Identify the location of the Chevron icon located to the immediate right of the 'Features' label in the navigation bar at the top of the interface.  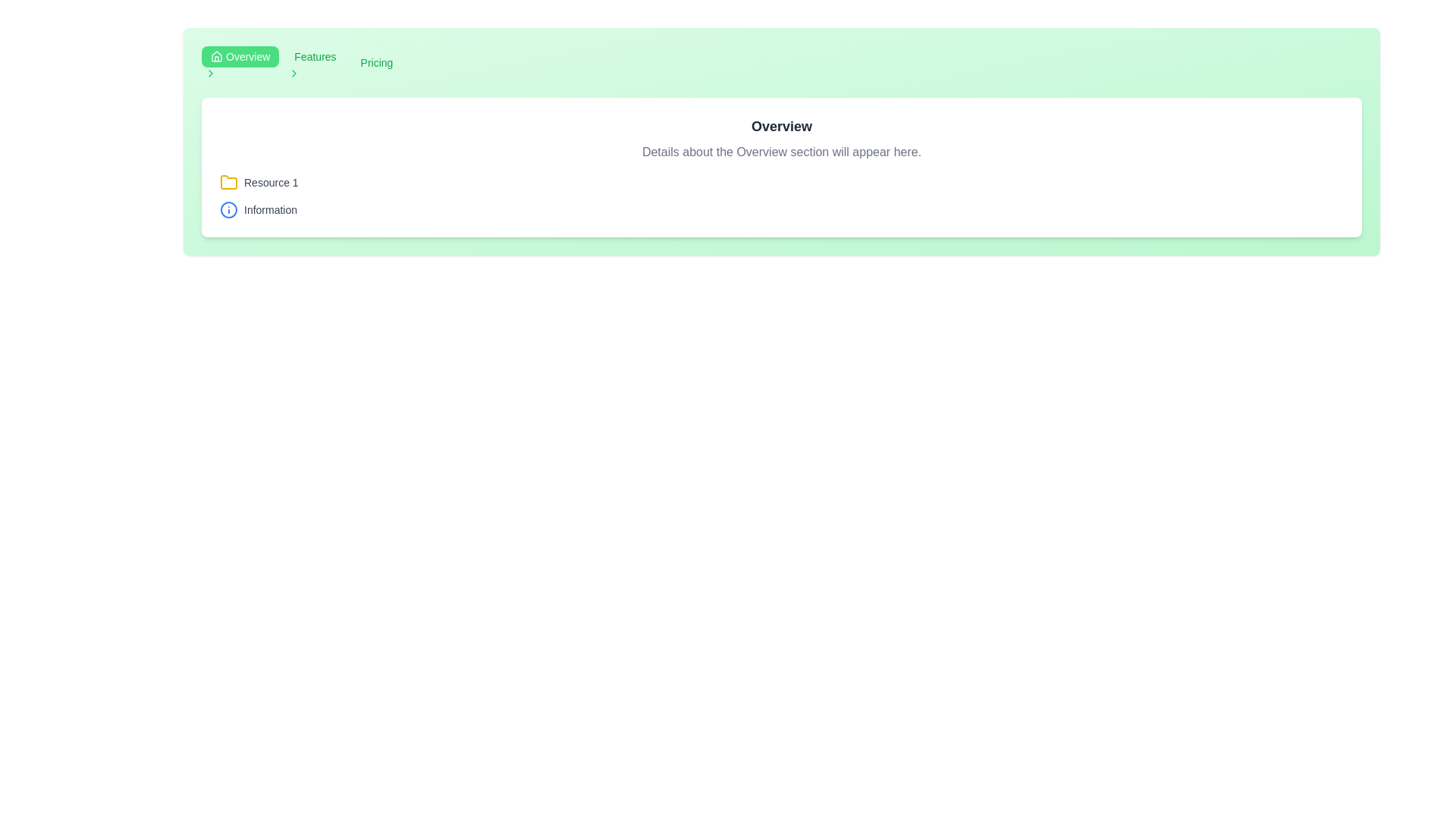
(294, 73).